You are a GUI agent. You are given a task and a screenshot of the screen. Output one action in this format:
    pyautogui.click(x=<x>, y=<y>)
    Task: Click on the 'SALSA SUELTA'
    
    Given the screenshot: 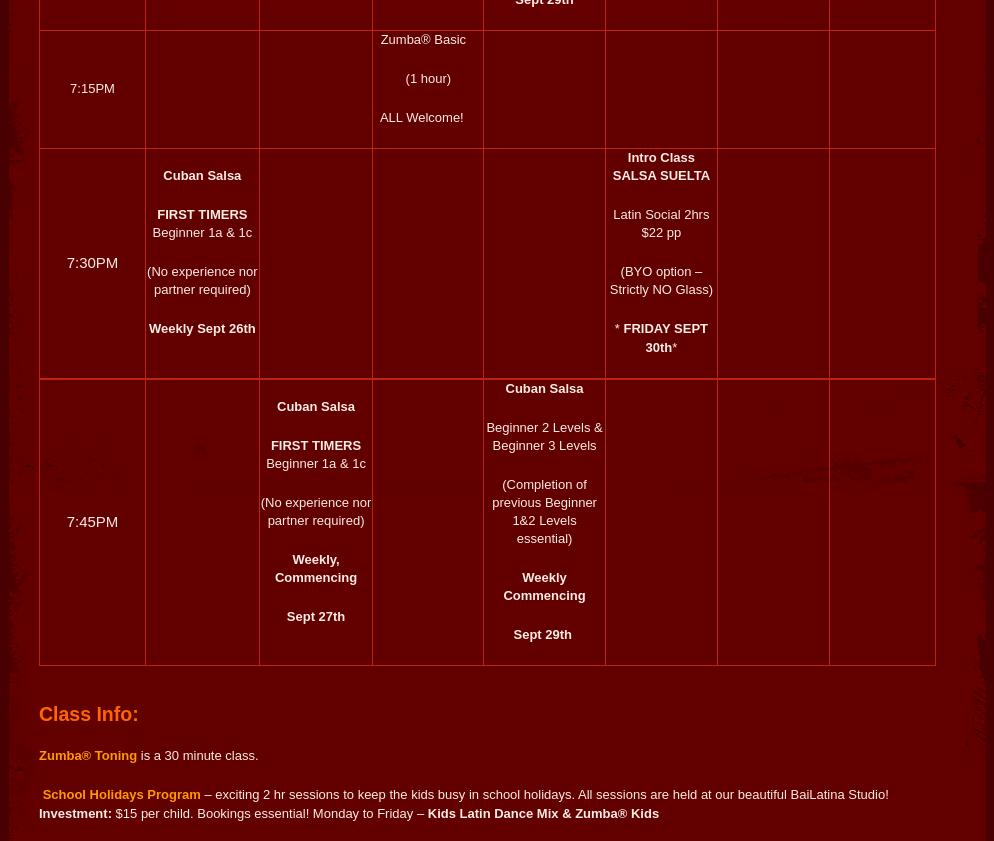 What is the action you would take?
    pyautogui.click(x=661, y=174)
    